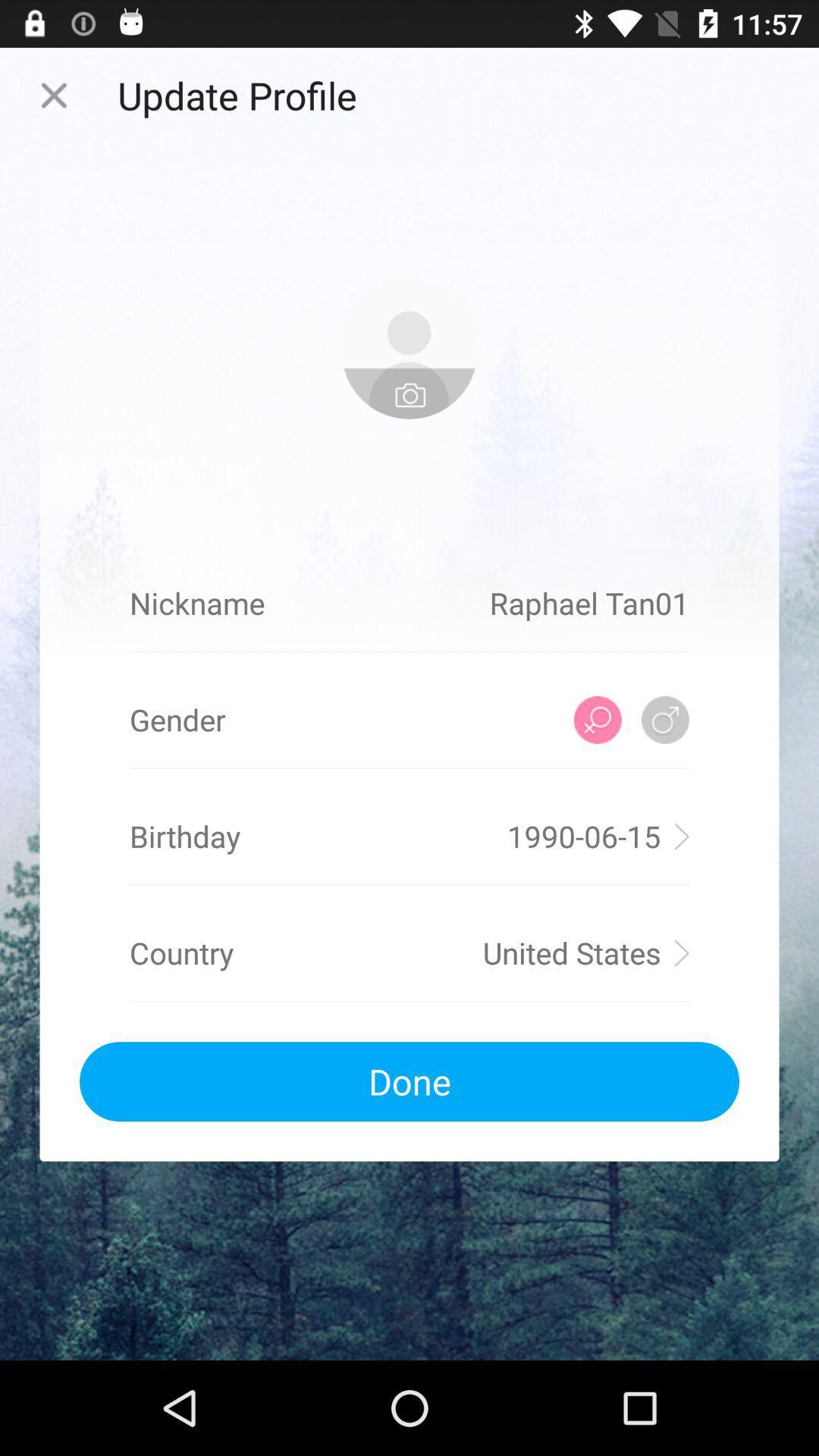 This screenshot has height=1456, width=819. Describe the element at coordinates (53, 94) in the screenshot. I see `window` at that location.